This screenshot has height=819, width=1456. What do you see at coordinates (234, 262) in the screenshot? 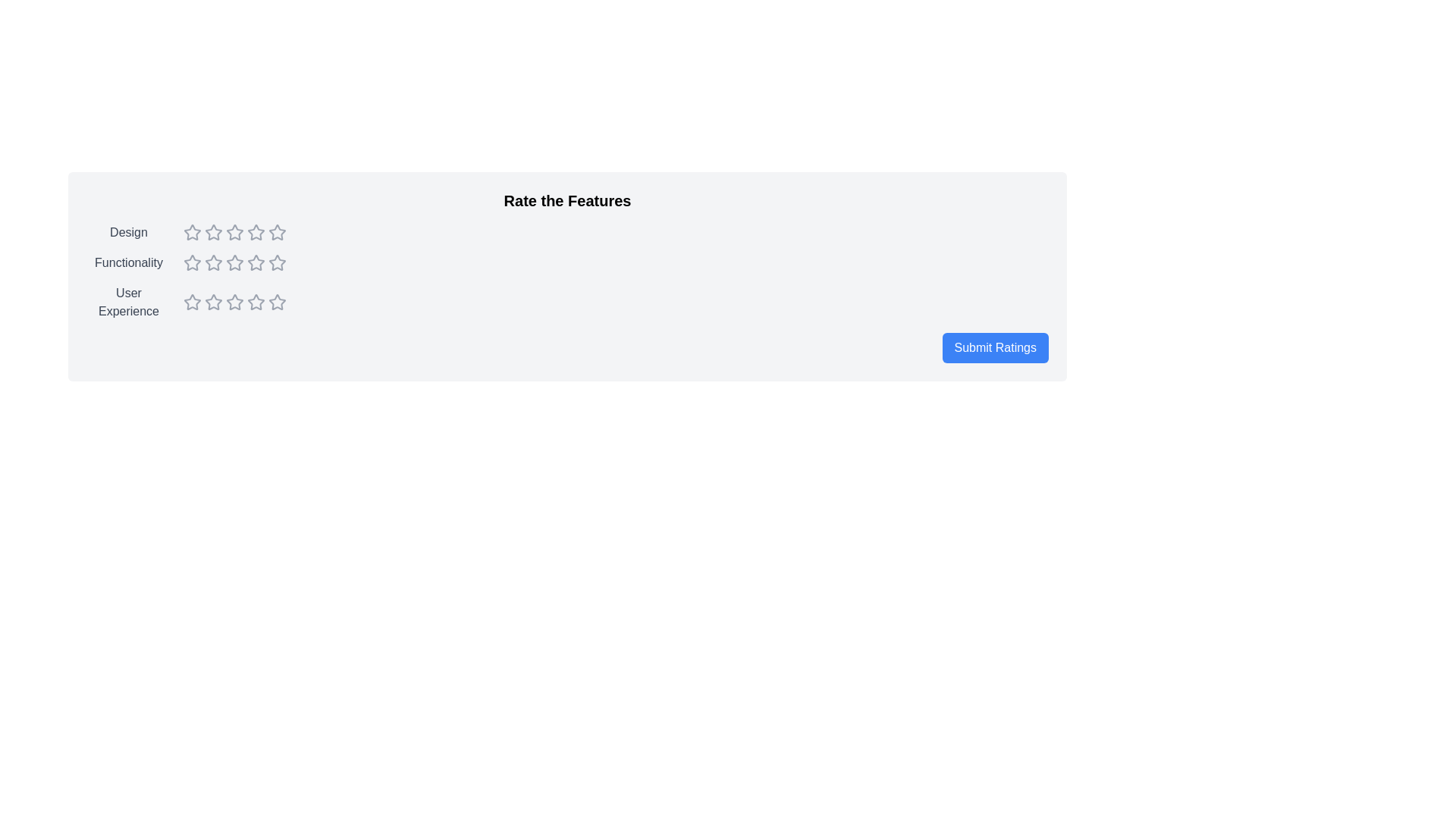
I see `the third star icon` at bounding box center [234, 262].